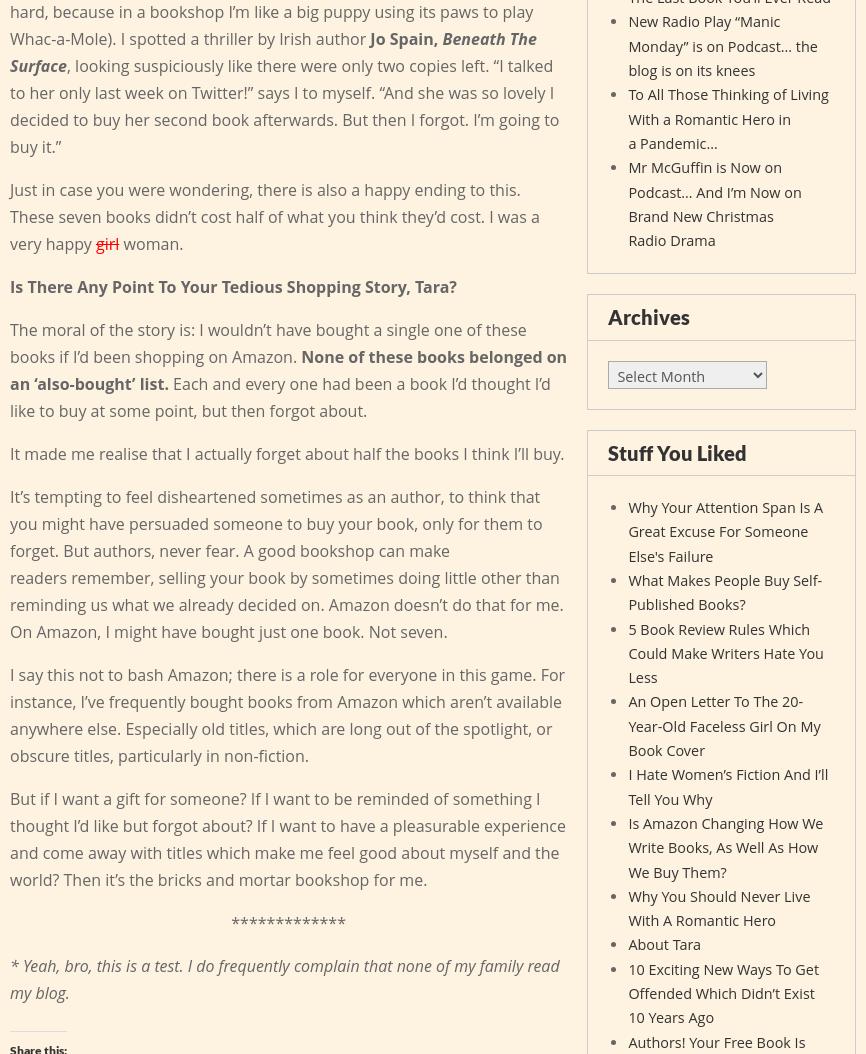  What do you see at coordinates (713, 202) in the screenshot?
I see `'Mr McGuffin is Now on Podcast… And I’m Now on Brand New Christmas Radio Drama'` at bounding box center [713, 202].